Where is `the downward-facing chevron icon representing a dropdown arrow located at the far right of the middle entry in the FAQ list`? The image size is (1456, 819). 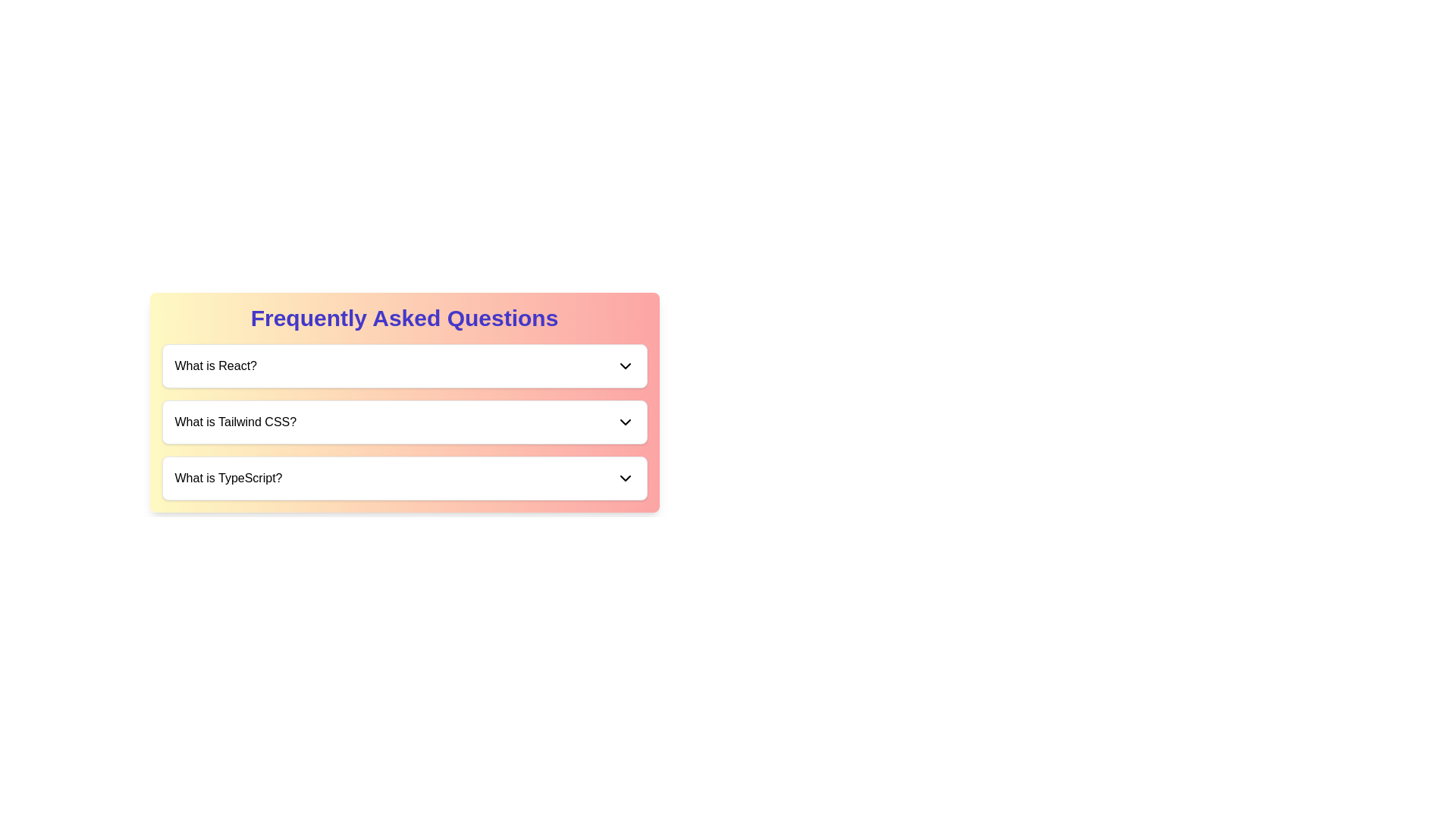 the downward-facing chevron icon representing a dropdown arrow located at the far right of the middle entry in the FAQ list is located at coordinates (625, 422).